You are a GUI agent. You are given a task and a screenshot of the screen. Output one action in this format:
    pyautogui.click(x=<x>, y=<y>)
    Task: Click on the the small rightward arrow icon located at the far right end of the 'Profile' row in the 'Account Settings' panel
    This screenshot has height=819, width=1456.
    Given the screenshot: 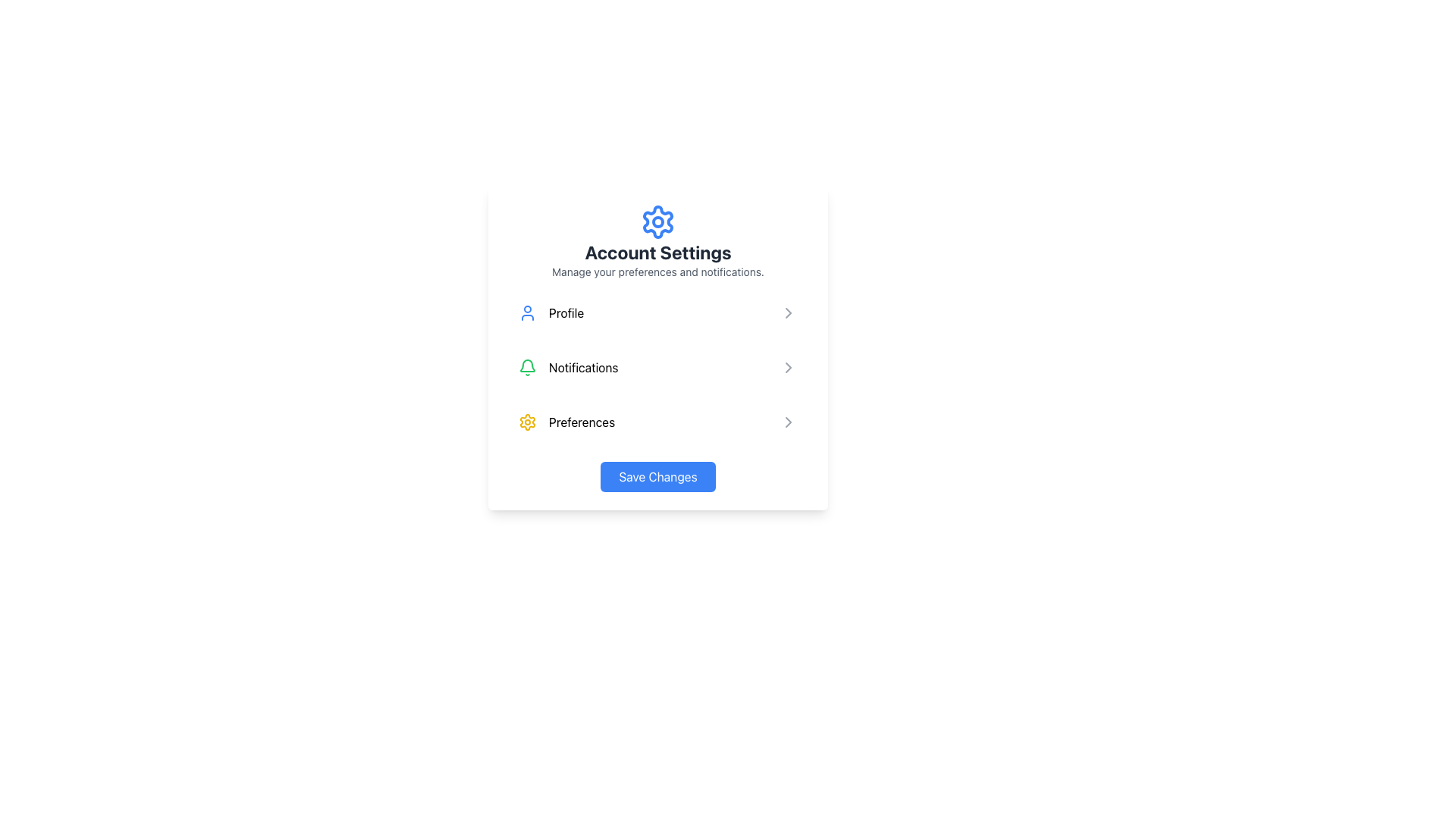 What is the action you would take?
    pyautogui.click(x=789, y=312)
    